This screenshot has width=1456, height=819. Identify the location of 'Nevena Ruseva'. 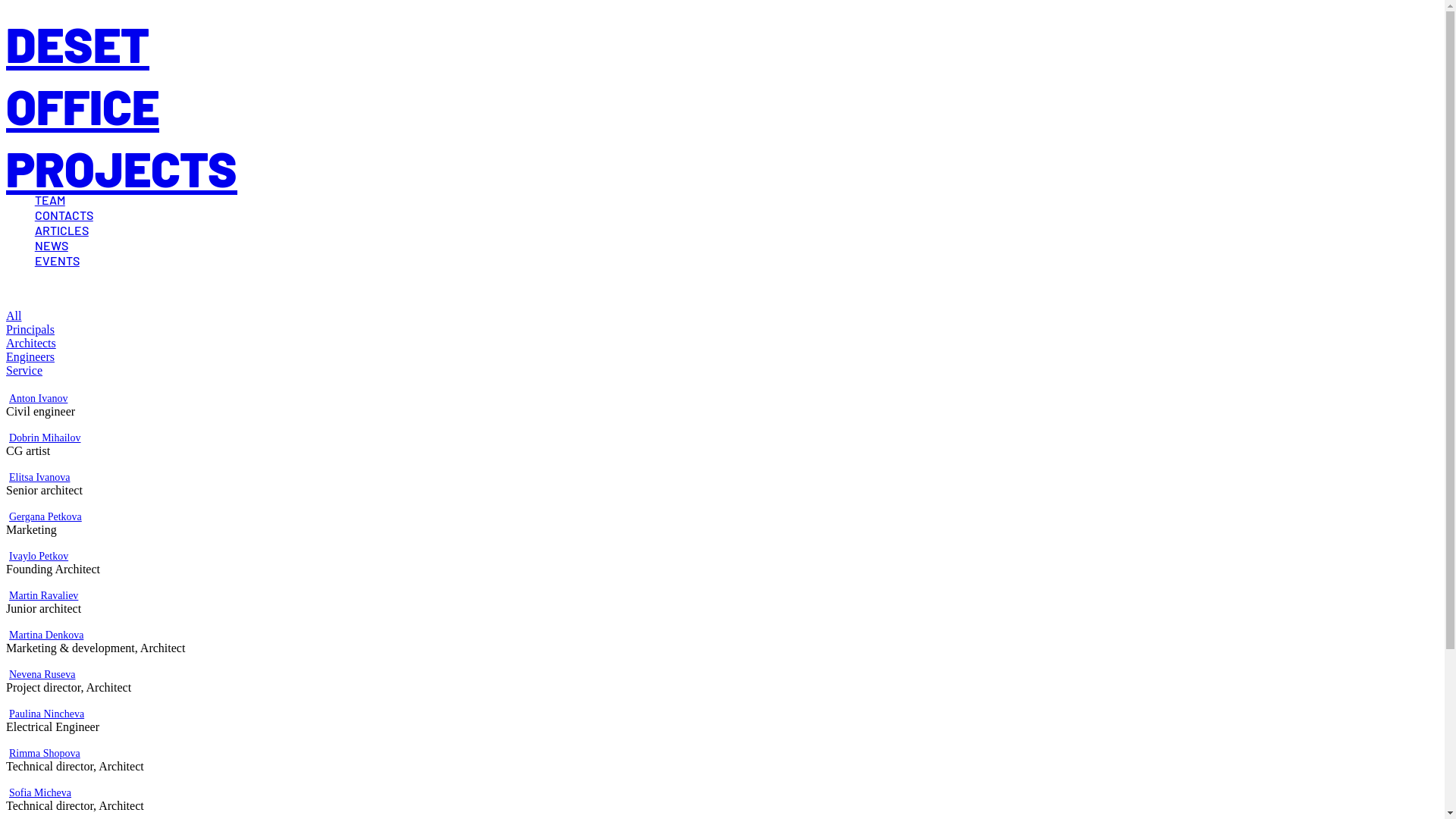
(9, 673).